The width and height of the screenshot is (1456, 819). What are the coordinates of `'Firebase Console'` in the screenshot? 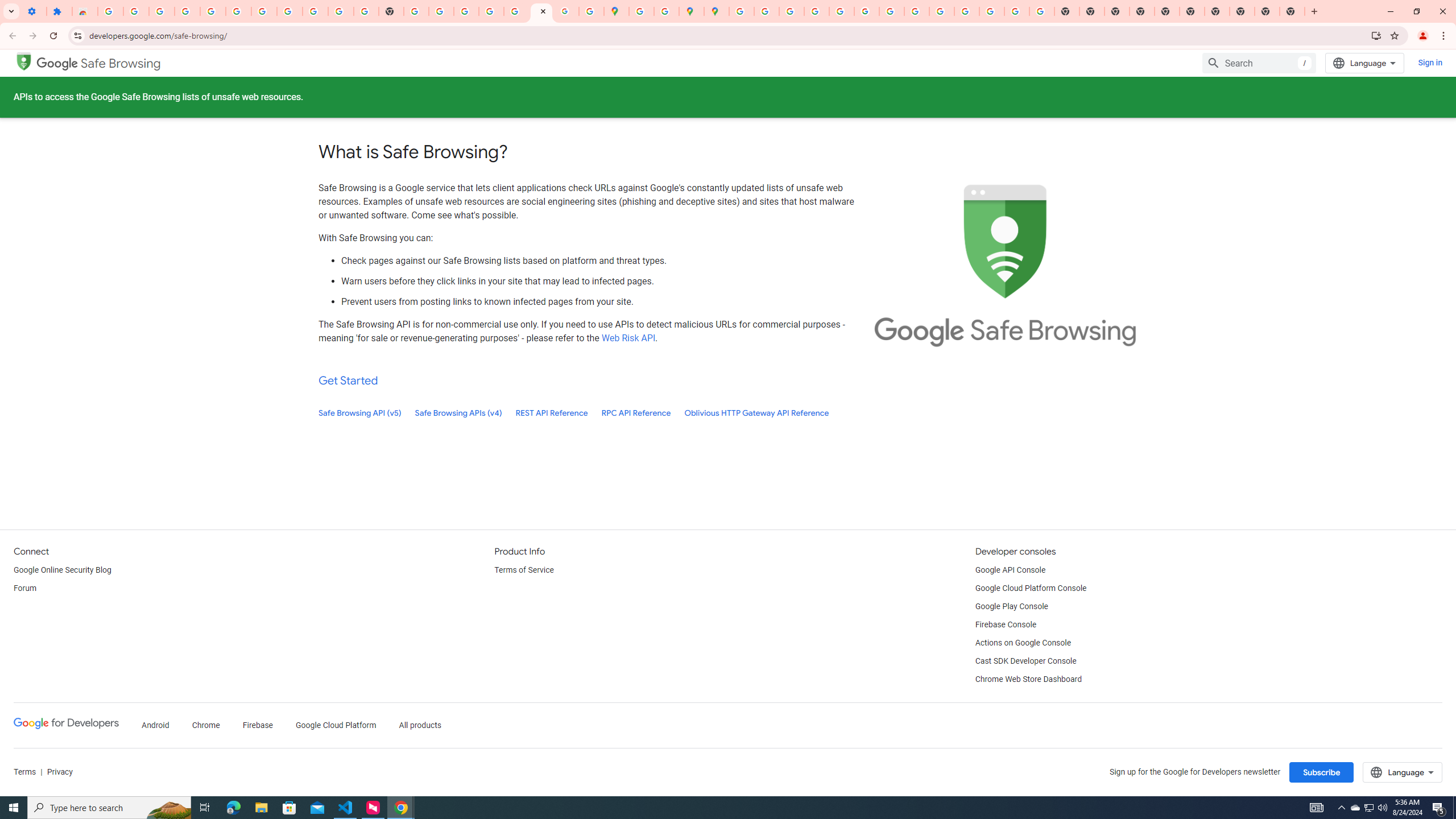 It's located at (1006, 624).